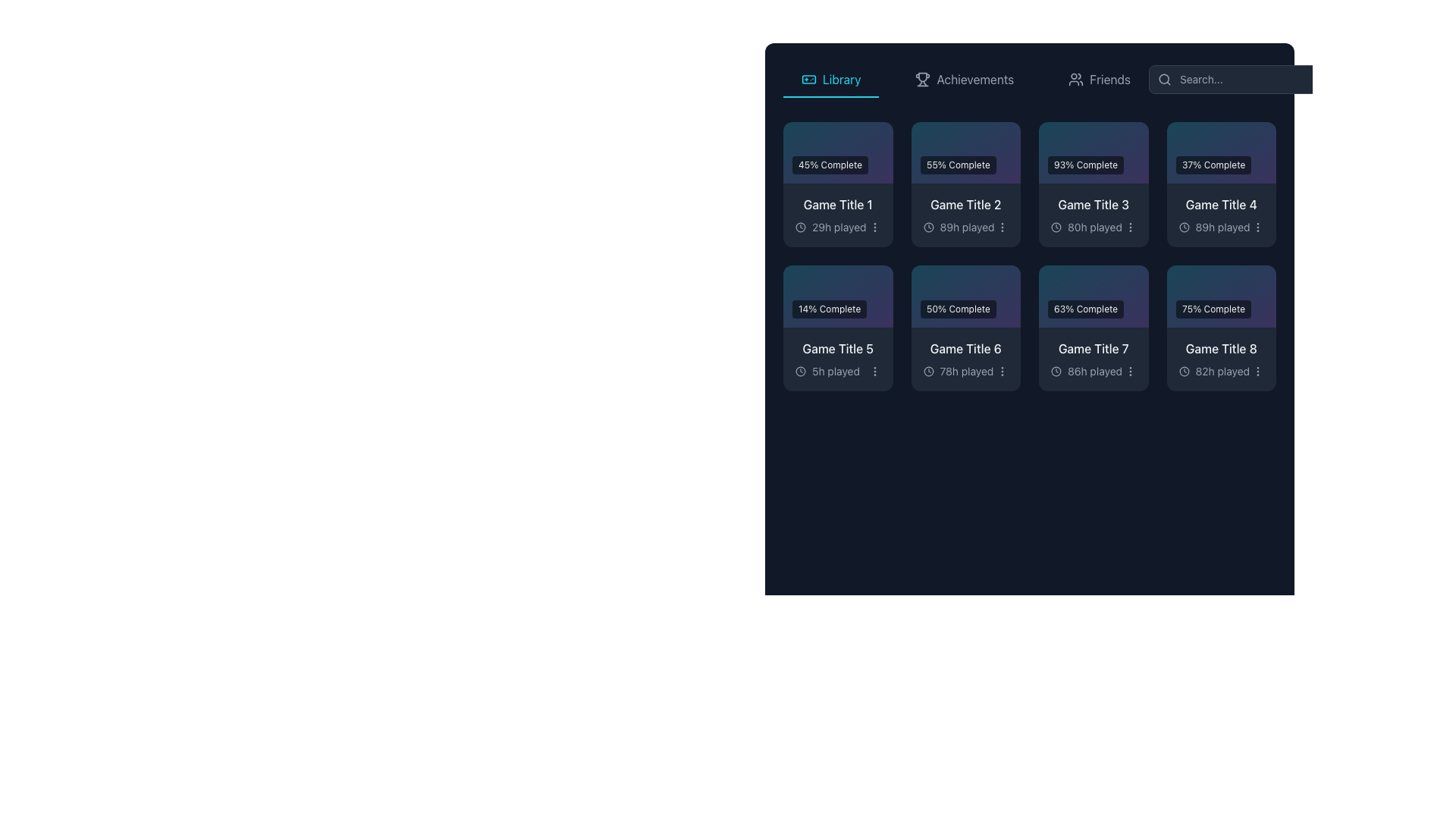 The width and height of the screenshot is (1456, 819). What do you see at coordinates (966, 227) in the screenshot?
I see `the Text Label that indicates the total duration the user has played a specific game, located below the '55% Complete' label and next to a clock icon under 'Game Title 2'` at bounding box center [966, 227].